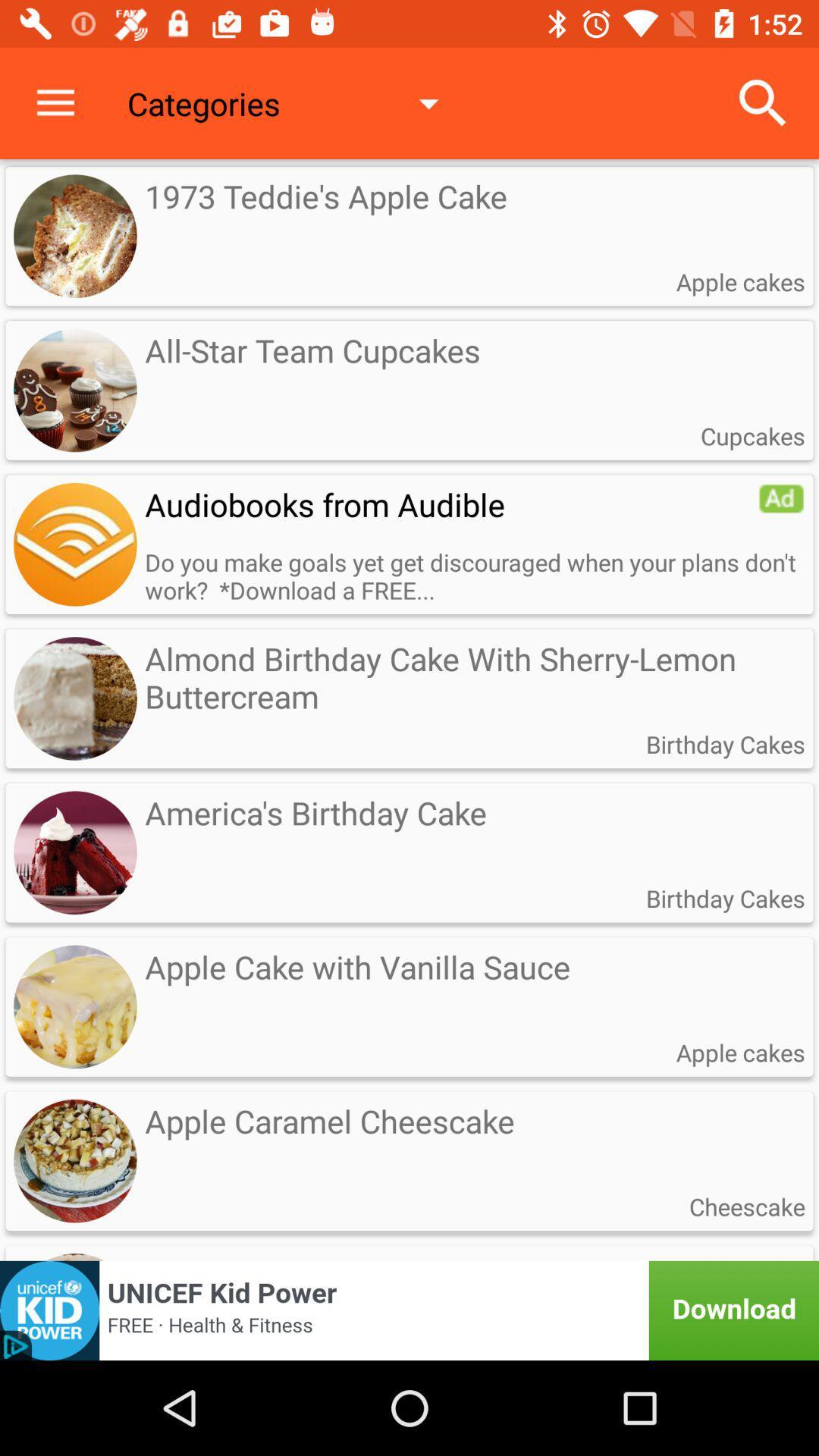 This screenshot has width=819, height=1456. I want to click on download the unicef app, so click(409, 1310).